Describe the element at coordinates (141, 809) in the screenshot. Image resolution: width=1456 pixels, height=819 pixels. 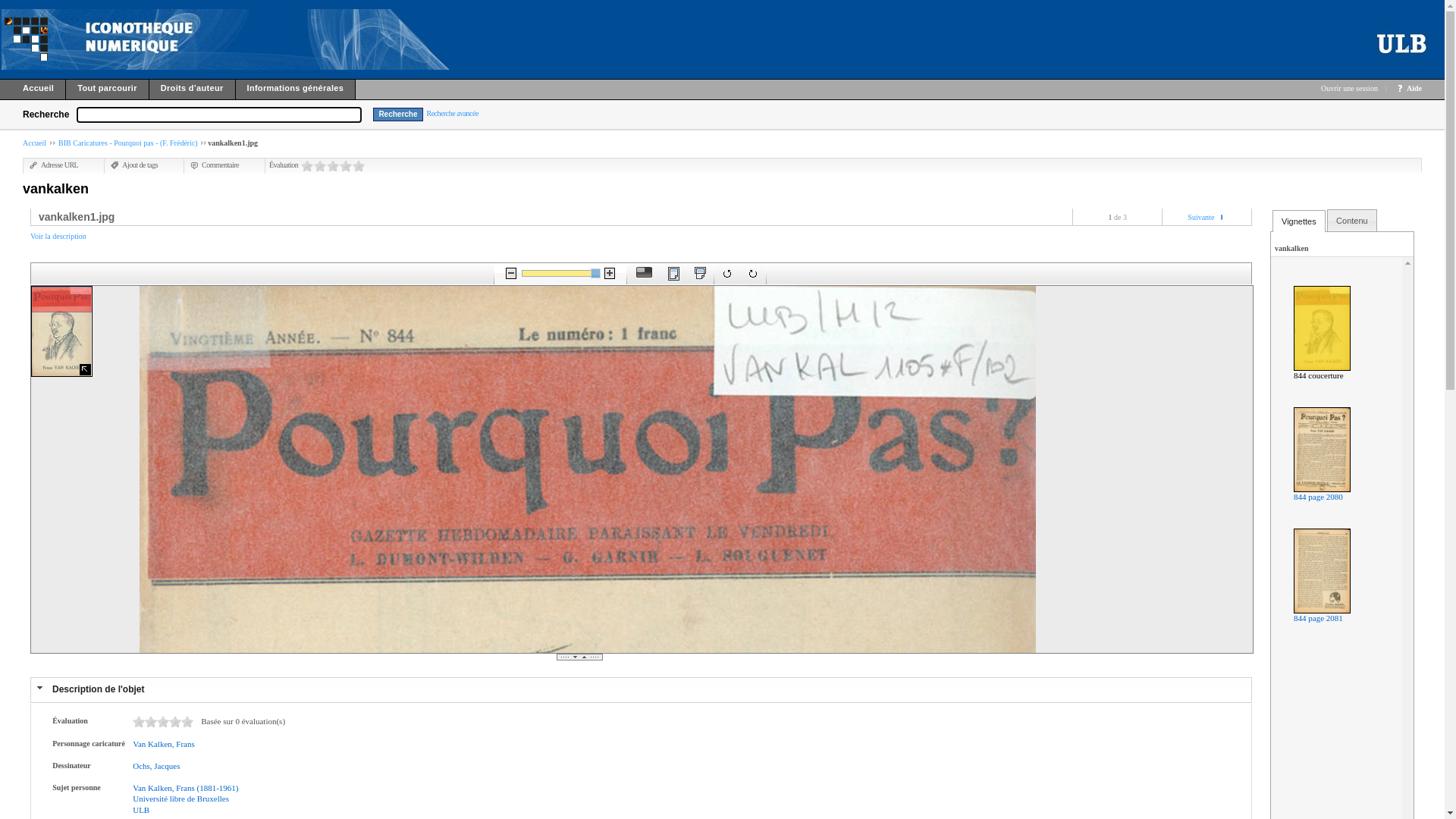
I see `'ULB'` at that location.